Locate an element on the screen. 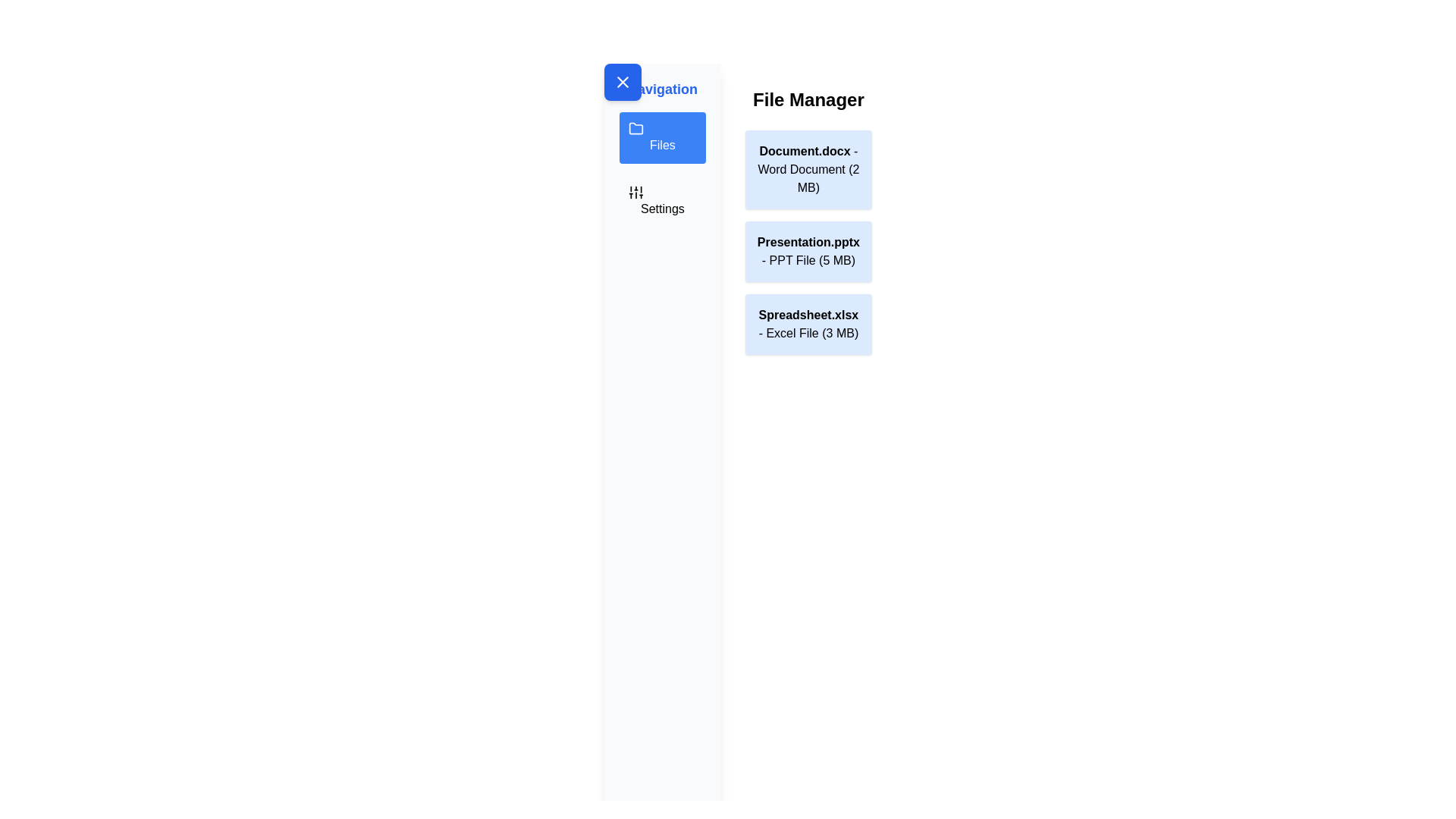 This screenshot has height=819, width=1456. the text label indicating the file name 'Spreadsheet.xlsx - Excel File (3 MB)' located in the bottom-most file card on the right-hand side of the page for reading is located at coordinates (808, 314).